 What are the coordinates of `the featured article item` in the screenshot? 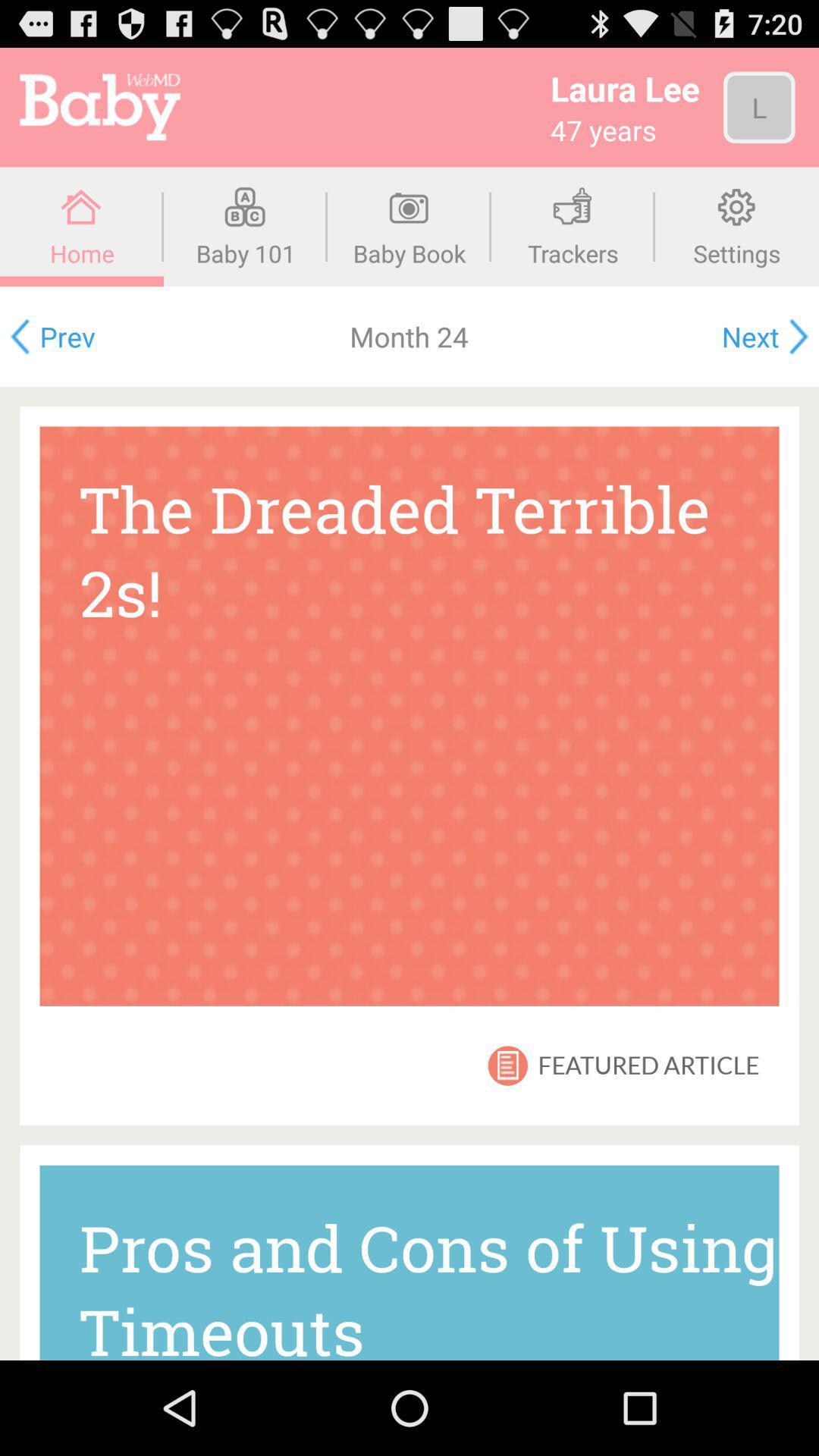 It's located at (648, 1065).